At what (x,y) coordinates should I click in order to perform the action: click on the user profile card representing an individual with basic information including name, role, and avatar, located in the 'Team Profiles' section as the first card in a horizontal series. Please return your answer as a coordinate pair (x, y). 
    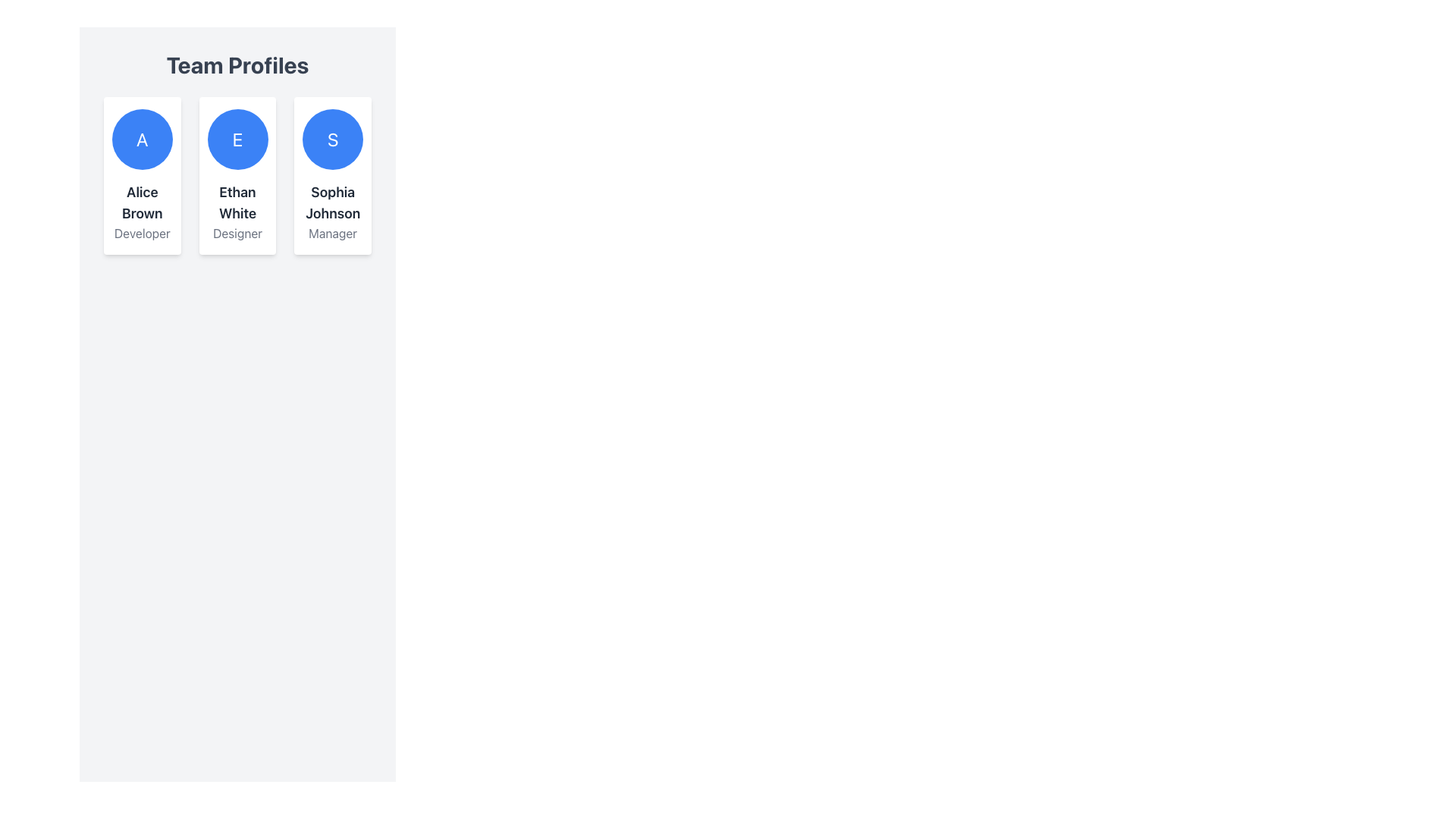
    Looking at the image, I should click on (142, 174).